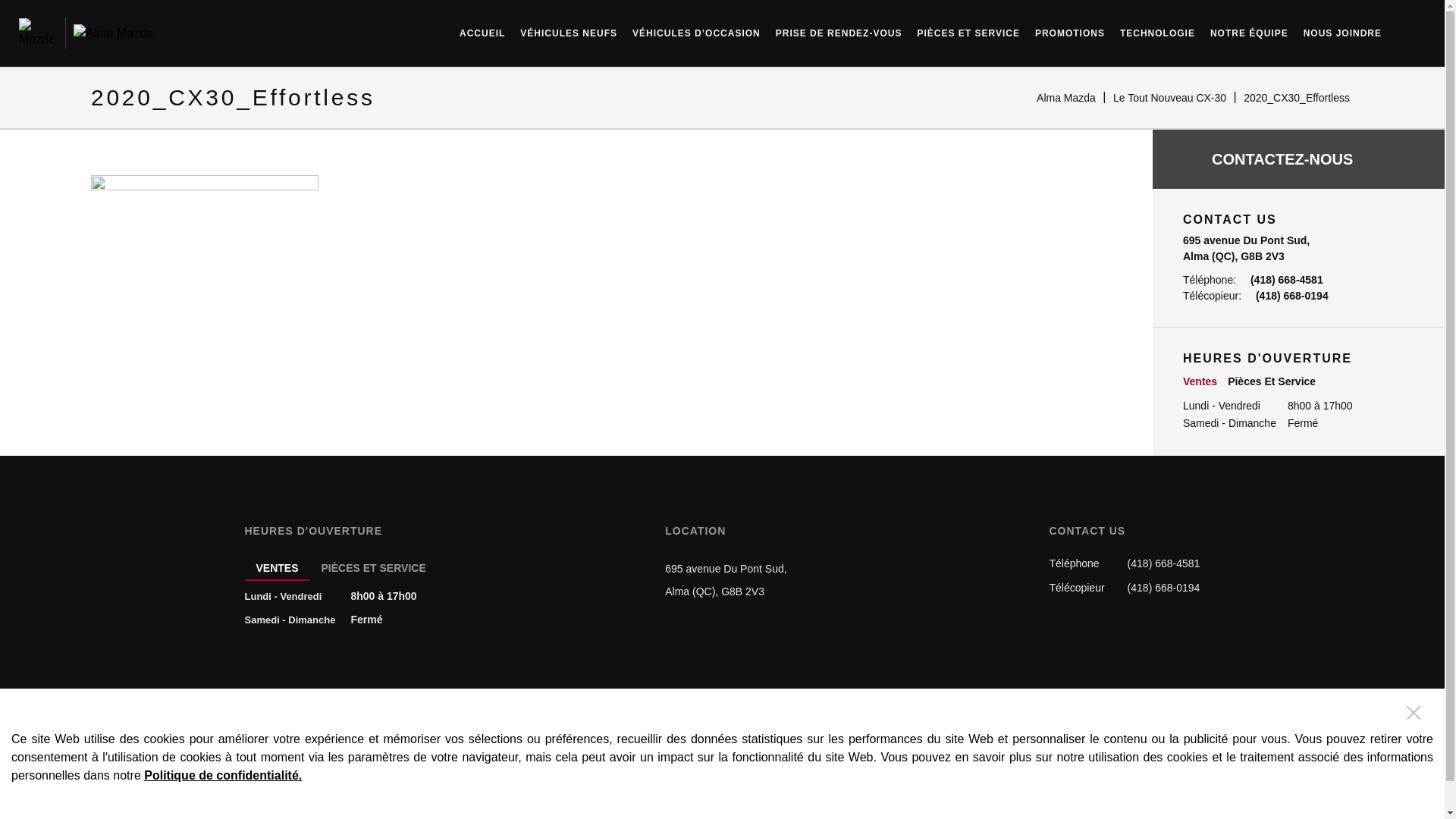 The height and width of the screenshot is (819, 1456). Describe the element at coordinates (1169, 97) in the screenshot. I see `'Le Tout Nouveau CX-30'` at that location.